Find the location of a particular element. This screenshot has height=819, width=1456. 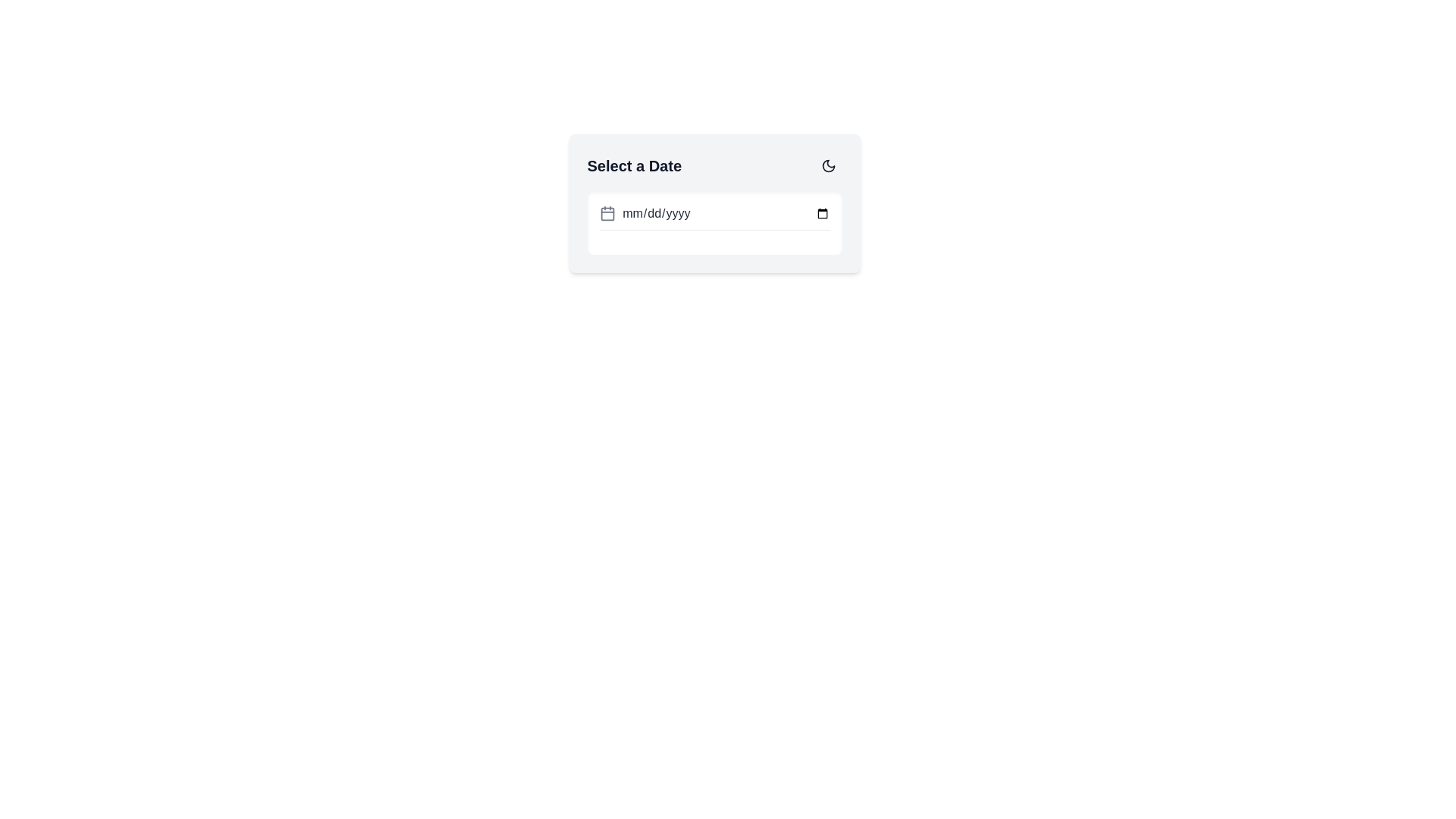

the crescent moon-shaped icon in the top-right corner of the 'Select a Date' panel is located at coordinates (827, 166).